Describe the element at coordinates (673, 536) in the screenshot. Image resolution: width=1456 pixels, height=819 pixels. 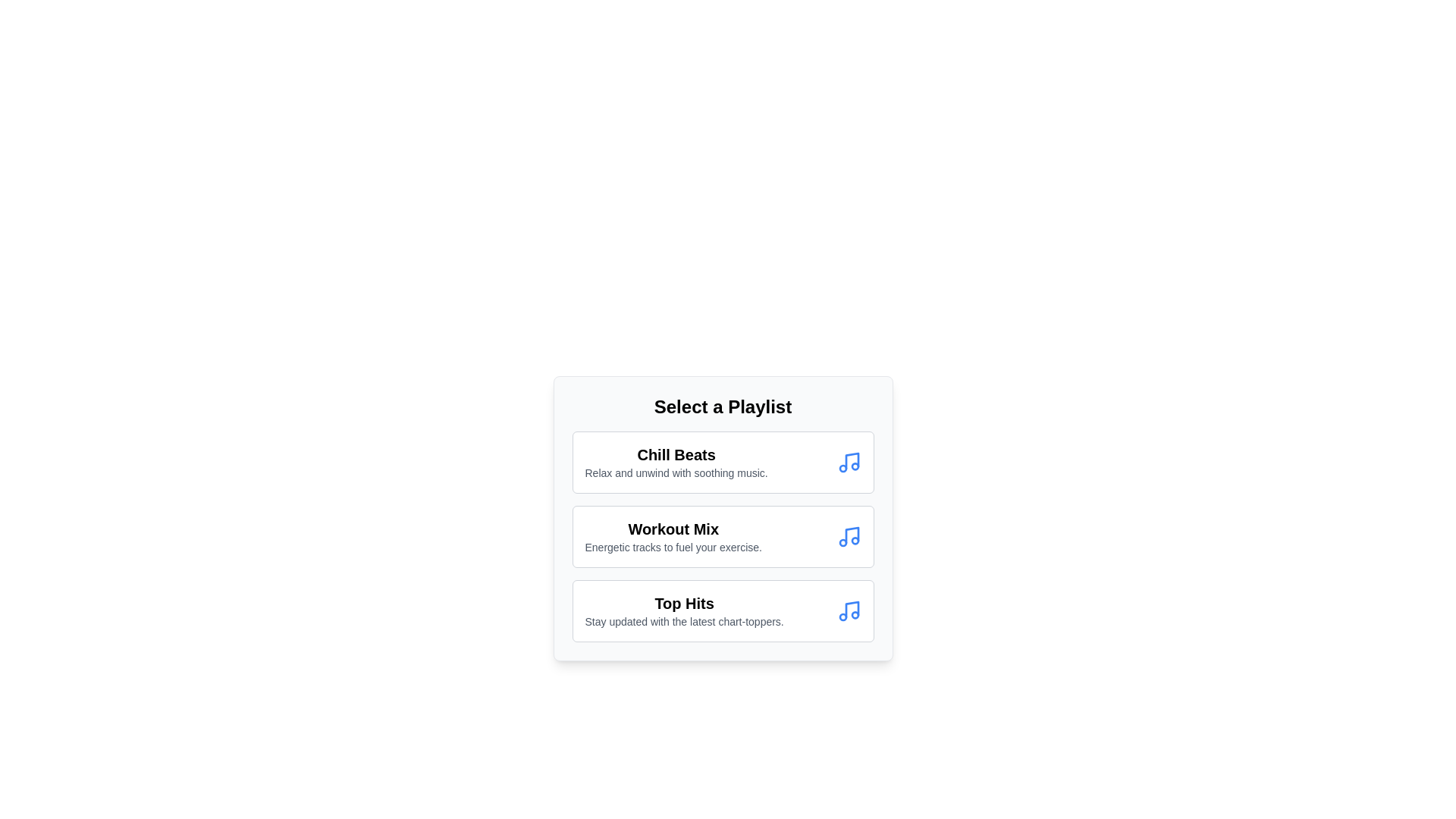
I see `informational Text block about the 'Workout Mix' playlist located below 'Chill Beats' and above 'Top Hits' to understand its content` at that location.